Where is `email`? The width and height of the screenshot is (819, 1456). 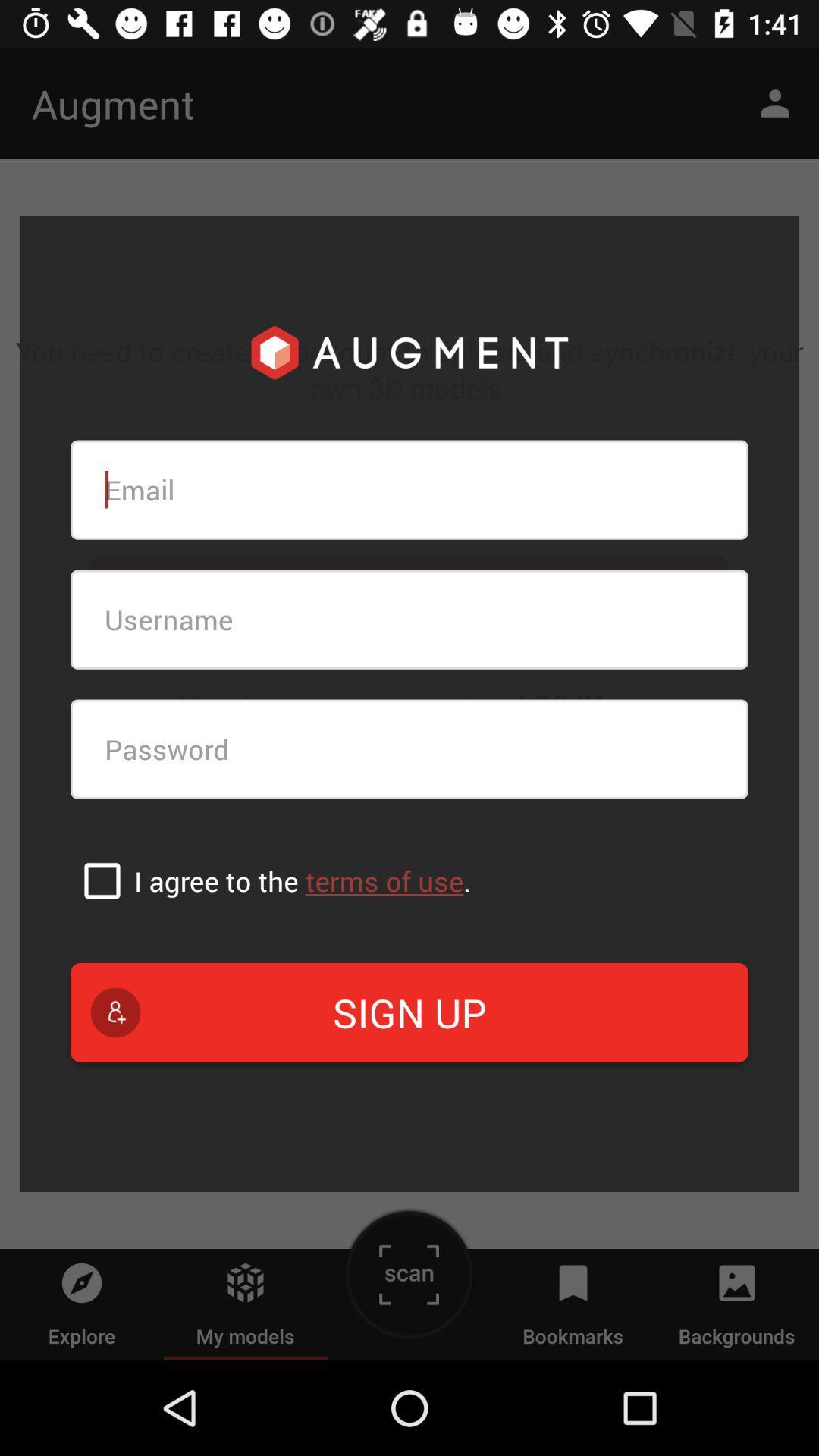 email is located at coordinates (409, 490).